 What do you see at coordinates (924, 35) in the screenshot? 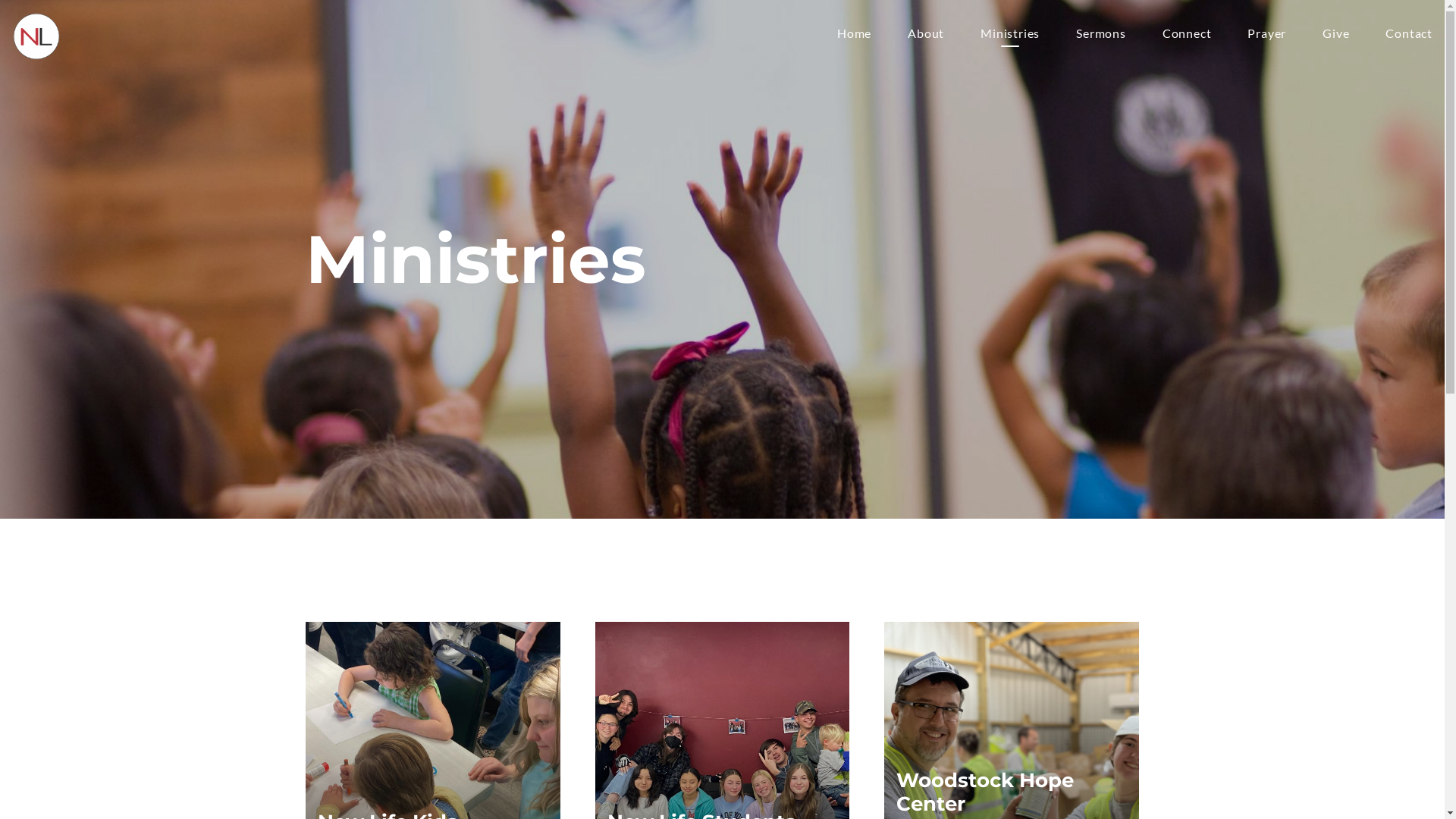
I see `'About'` at bounding box center [924, 35].